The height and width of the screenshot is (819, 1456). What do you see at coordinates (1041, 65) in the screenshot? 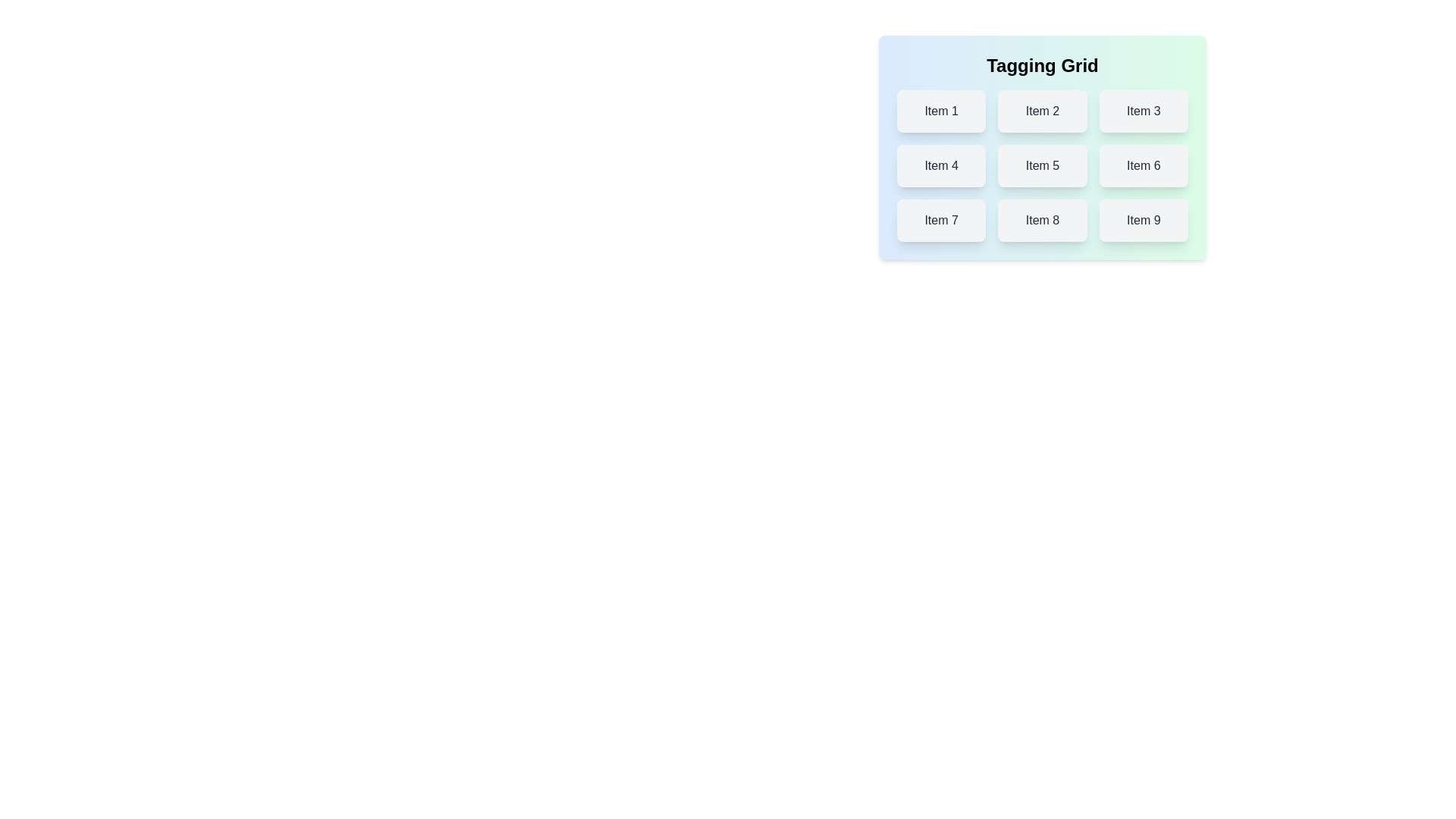
I see `the title of the Tagging Grid component` at bounding box center [1041, 65].